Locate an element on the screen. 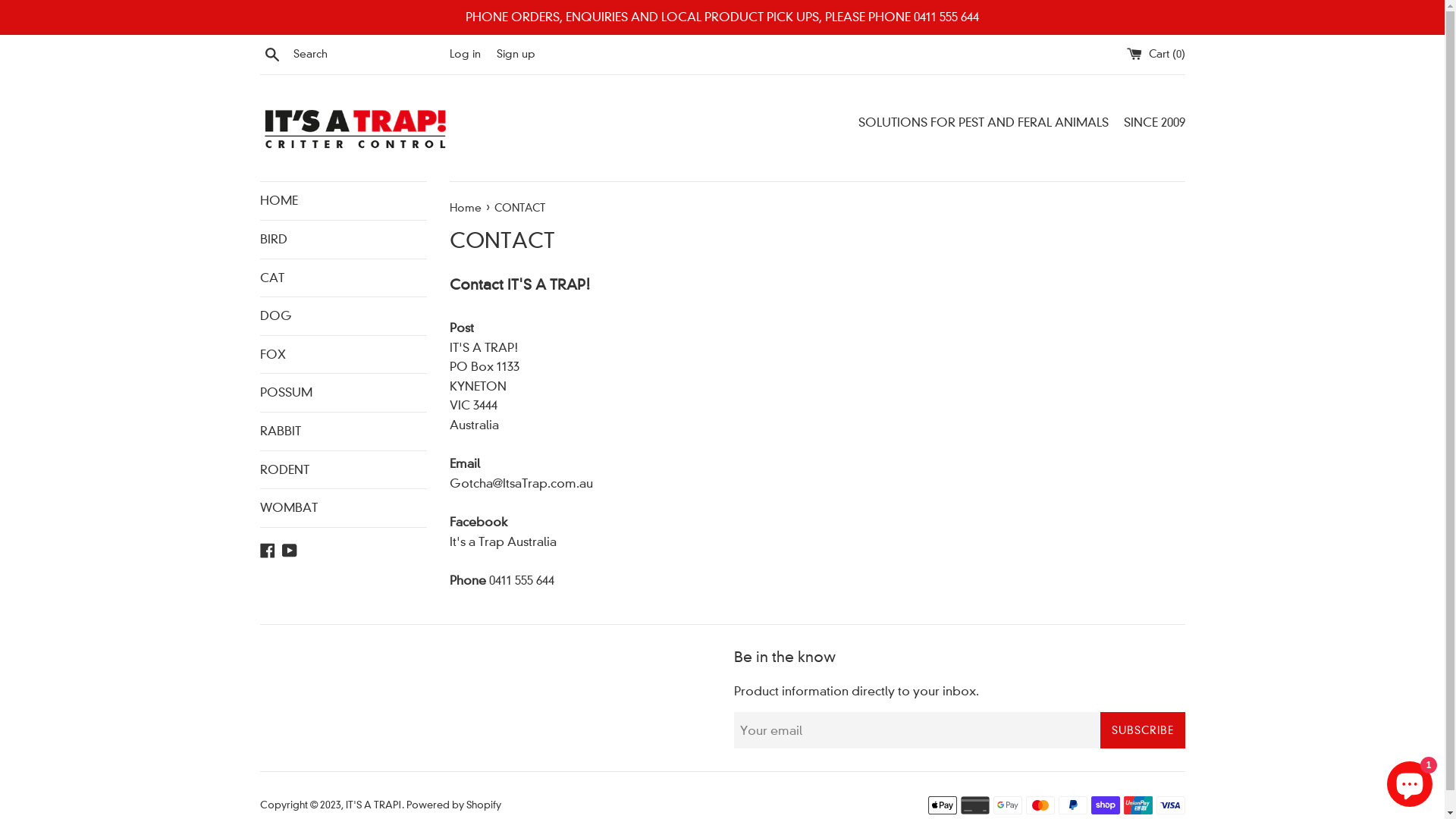  'Powered by Shopify' is located at coordinates (453, 804).